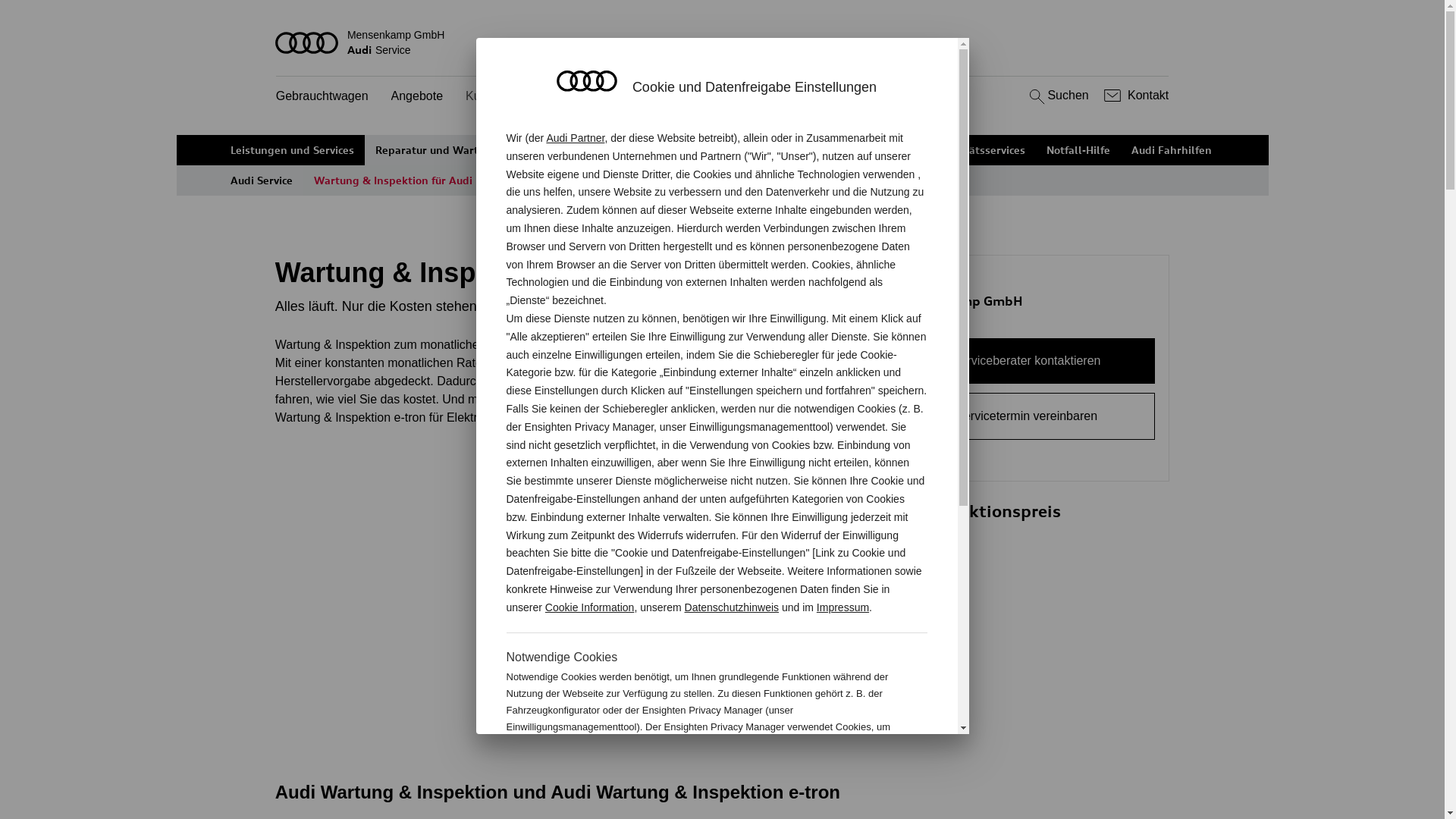  What do you see at coordinates (622, 149) in the screenshot?
I see `'Ihre Ansprechpartner'` at bounding box center [622, 149].